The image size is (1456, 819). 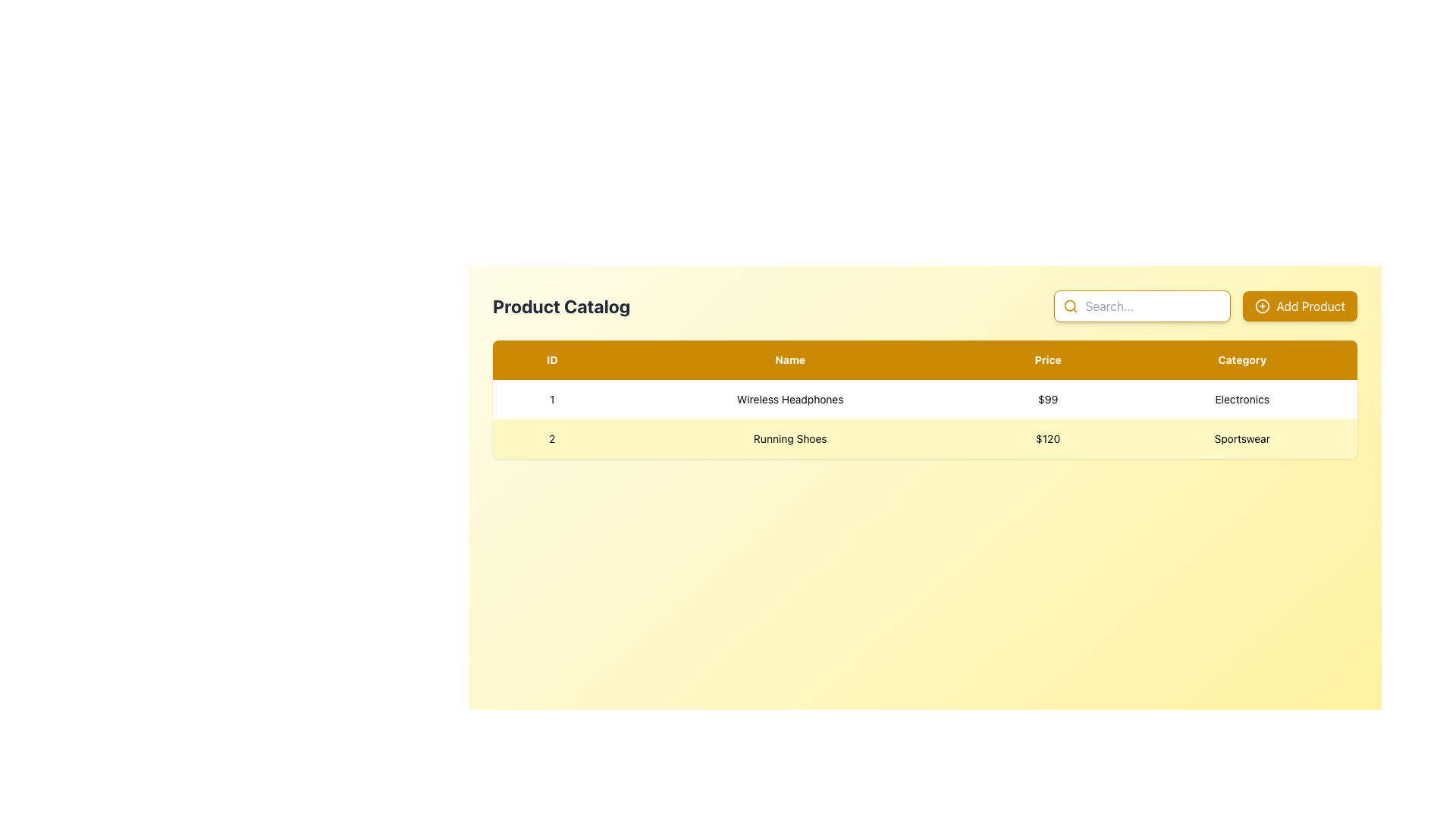 What do you see at coordinates (1070, 306) in the screenshot?
I see `the yellow search icon resembling a magnifying glass, which is positioned to the far left of the search input box` at bounding box center [1070, 306].